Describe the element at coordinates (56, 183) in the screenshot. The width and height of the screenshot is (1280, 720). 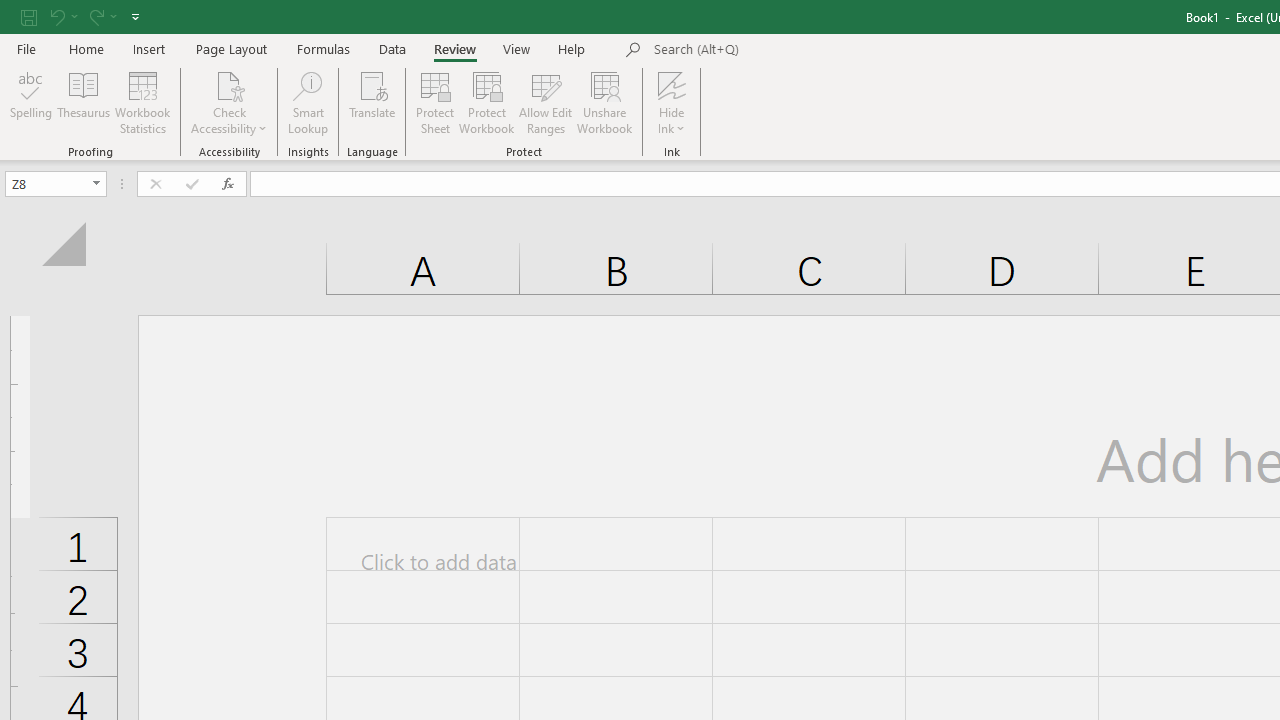
I see `'Name Box'` at that location.